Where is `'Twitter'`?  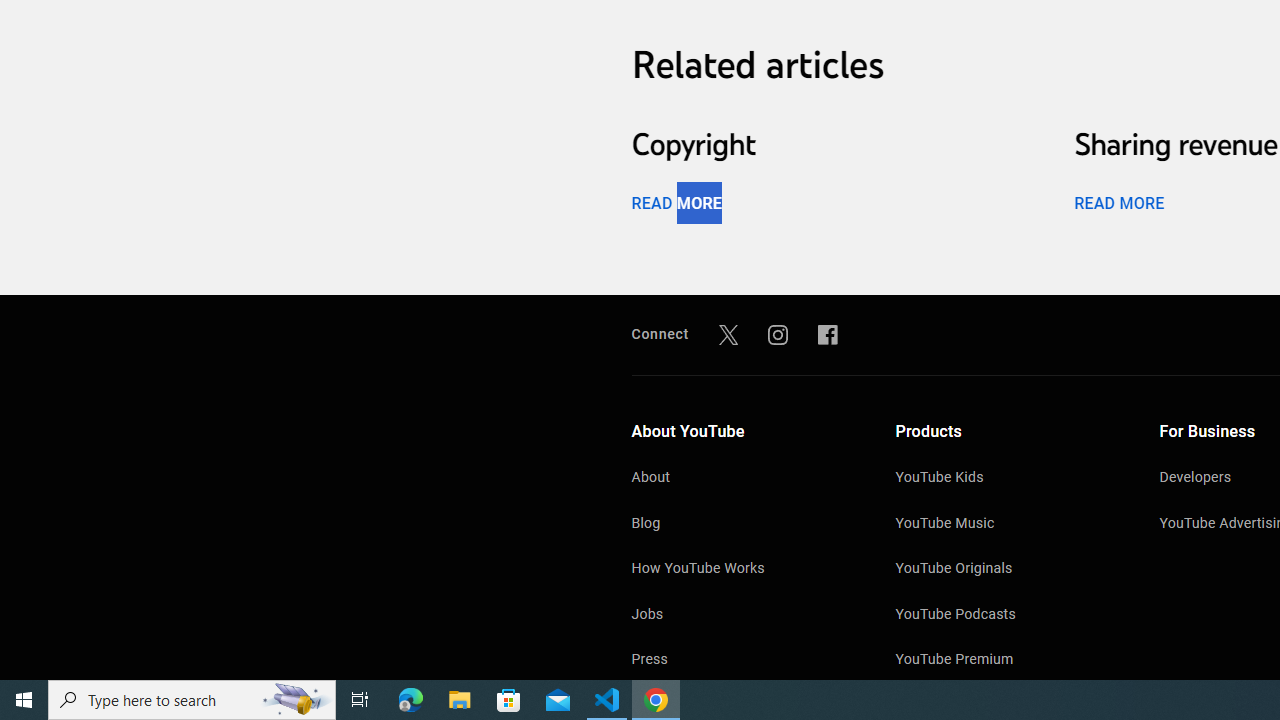 'Twitter' is located at coordinates (727, 333).